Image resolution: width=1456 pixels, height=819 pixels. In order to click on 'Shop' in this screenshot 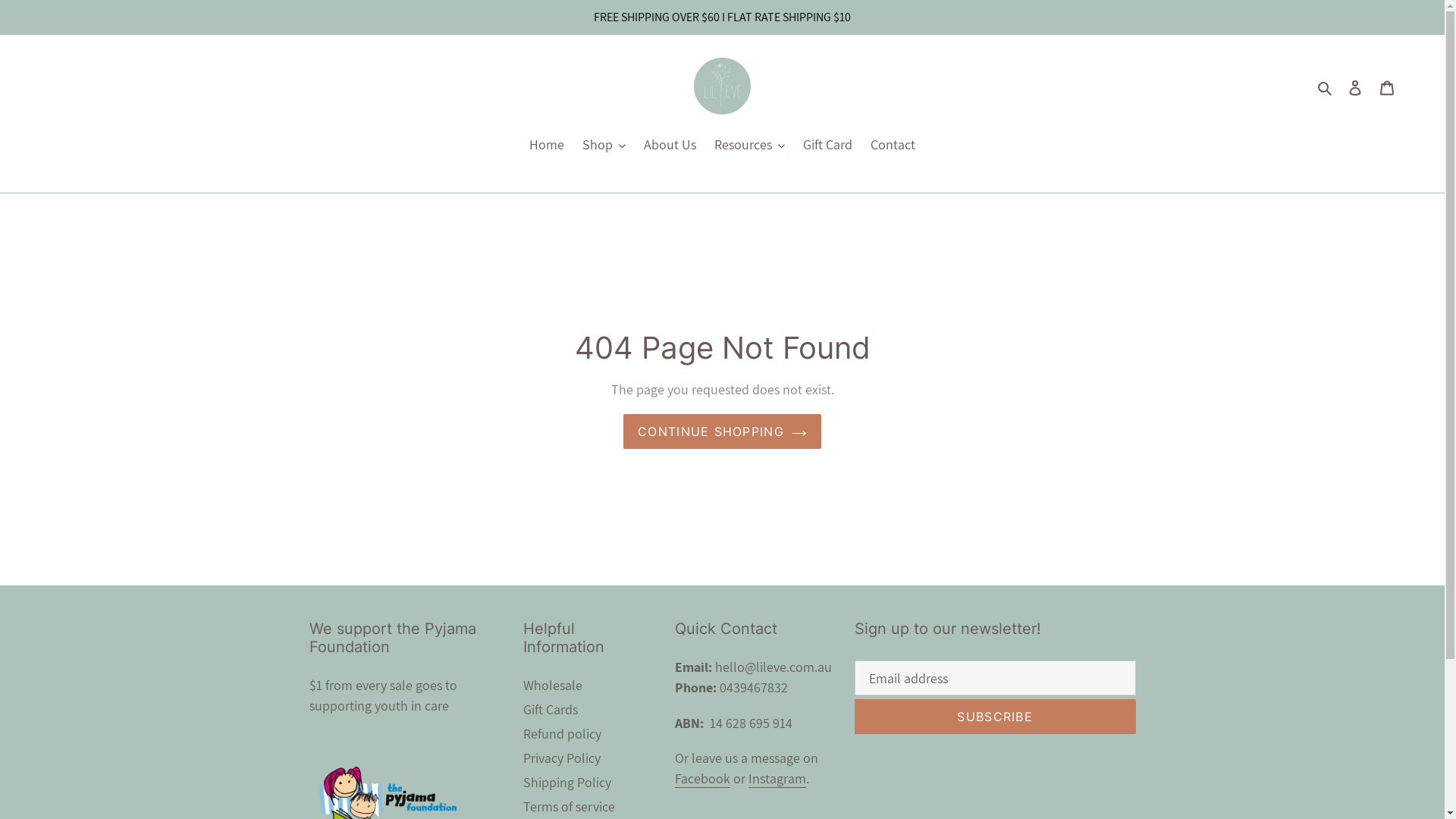, I will do `click(603, 145)`.